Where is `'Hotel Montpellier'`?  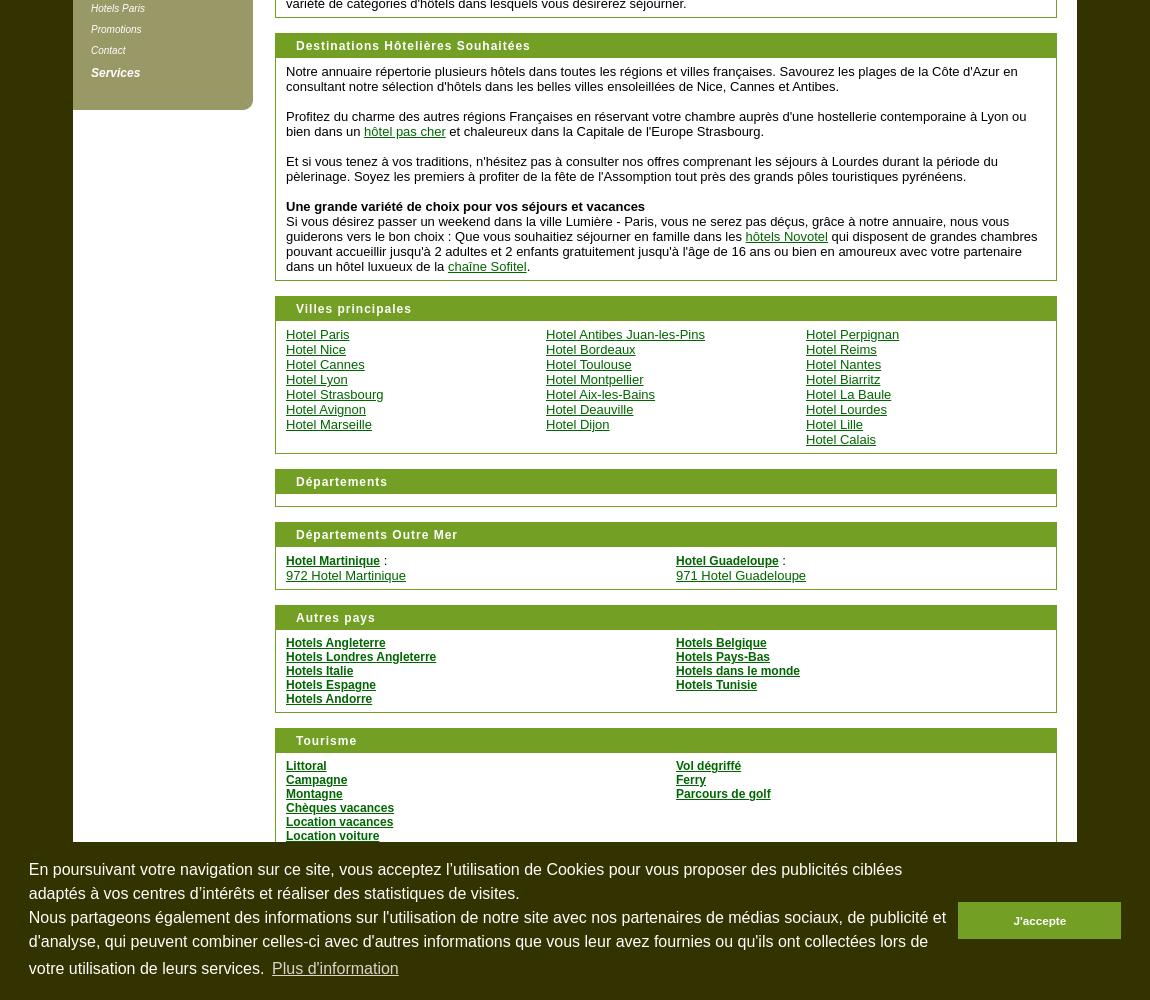
'Hotel Montpellier' is located at coordinates (593, 379).